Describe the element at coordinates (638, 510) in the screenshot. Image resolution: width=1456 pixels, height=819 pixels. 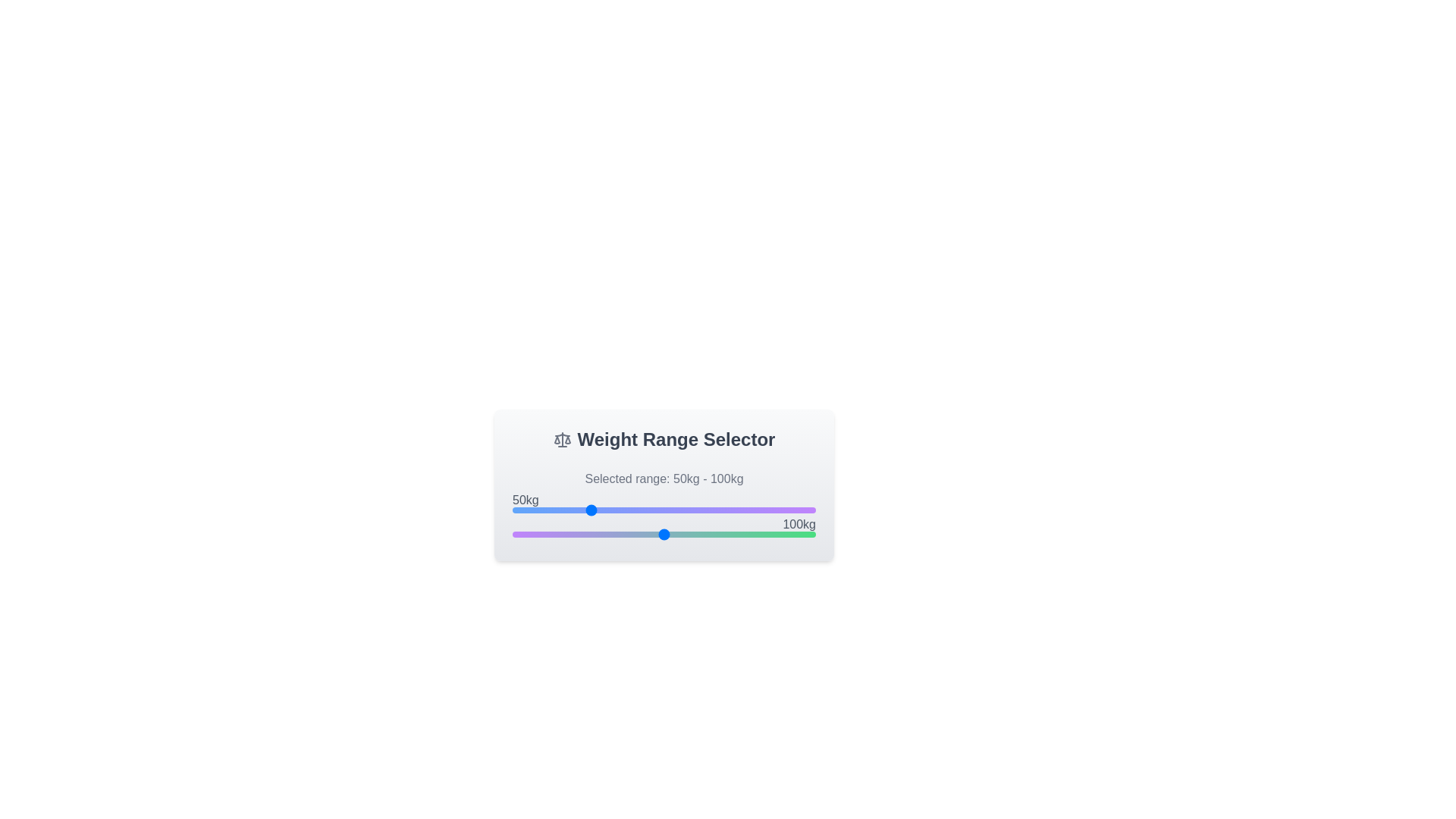
I see `the left slider to set the minimum weight to 83 kg` at that location.